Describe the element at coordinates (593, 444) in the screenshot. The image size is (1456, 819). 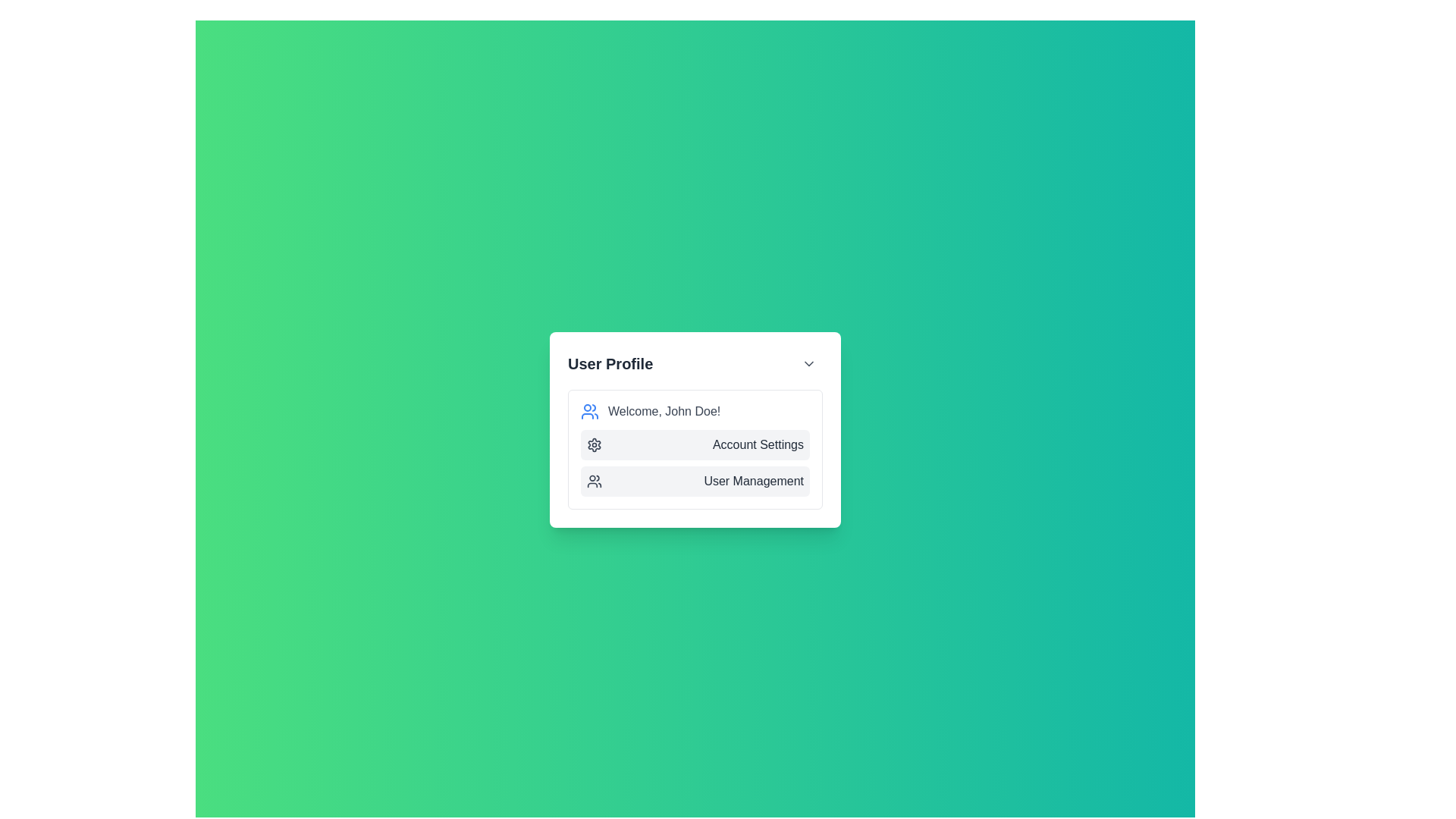
I see `the cogwheel graphic icon, which is the settings symbol located in the 'Account Settings' row of the 'User Profile' dropdown component` at that location.